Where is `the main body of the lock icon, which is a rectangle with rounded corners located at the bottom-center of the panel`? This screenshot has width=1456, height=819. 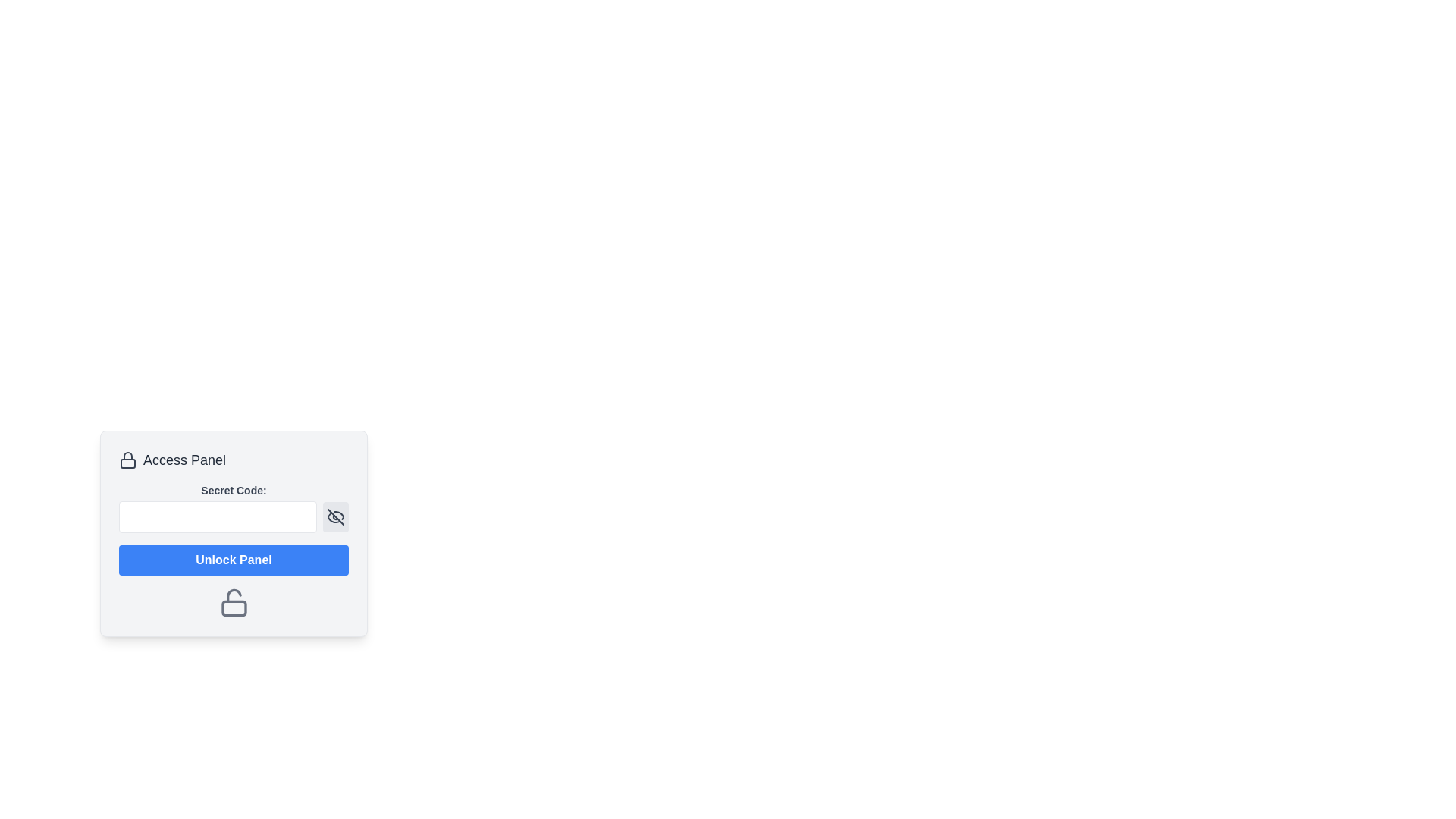 the main body of the lock icon, which is a rectangle with rounded corners located at the bottom-center of the panel is located at coordinates (127, 463).